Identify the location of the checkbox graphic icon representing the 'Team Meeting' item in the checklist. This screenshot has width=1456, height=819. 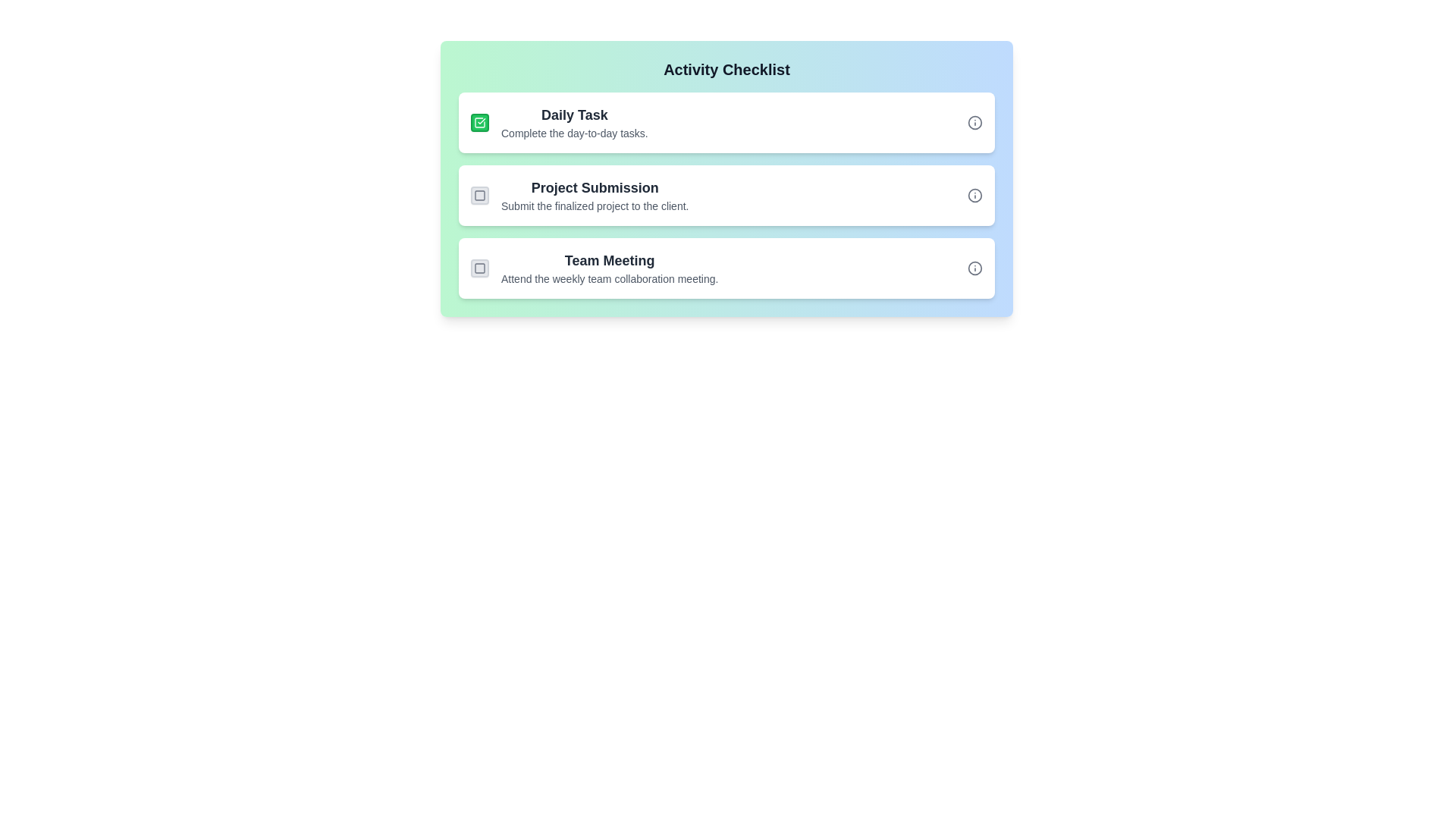
(479, 268).